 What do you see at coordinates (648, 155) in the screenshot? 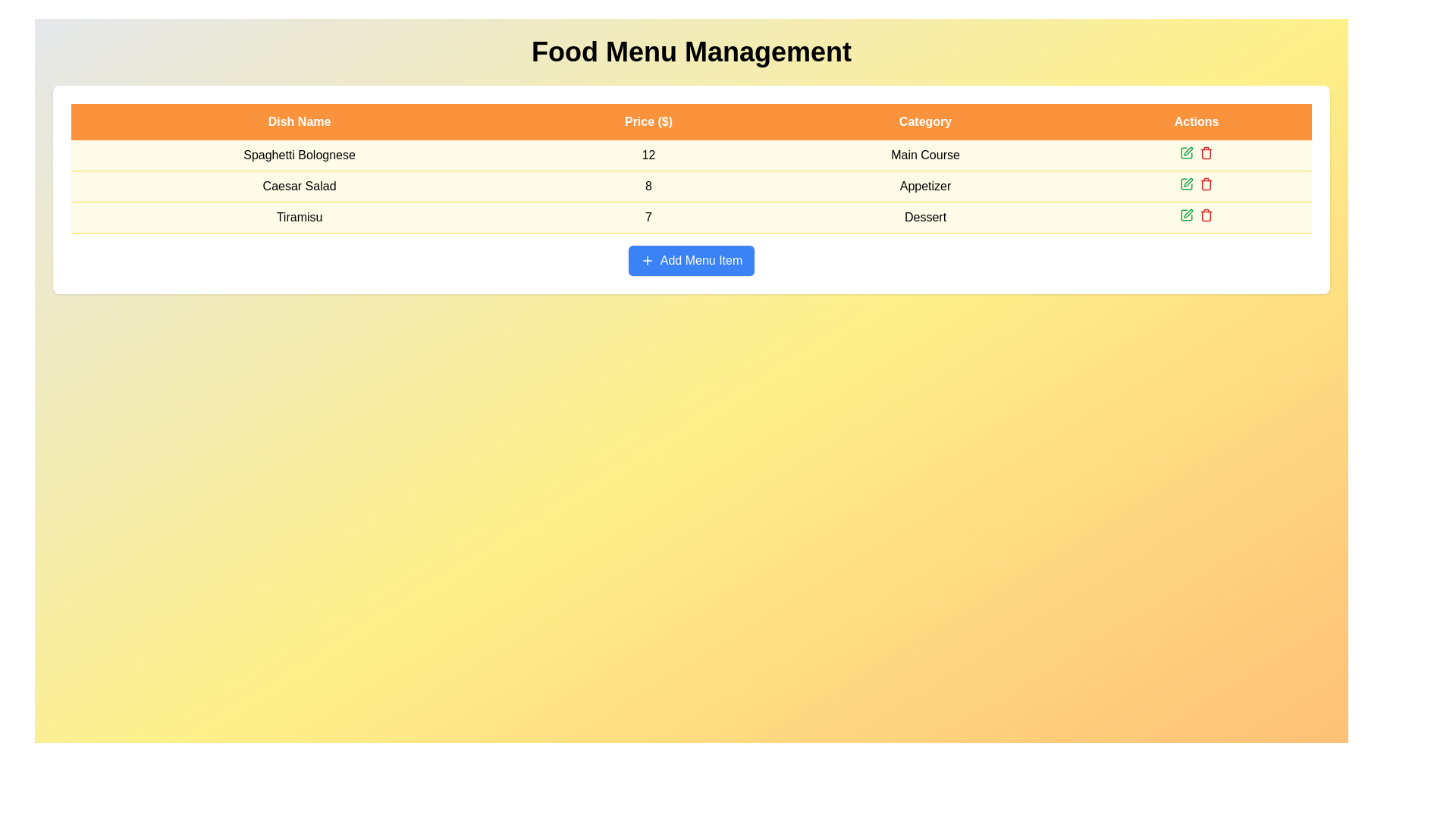
I see `the price label displaying the cost of 'Spaghetti Bolognese' in the 'Price ($)' column of the table` at bounding box center [648, 155].